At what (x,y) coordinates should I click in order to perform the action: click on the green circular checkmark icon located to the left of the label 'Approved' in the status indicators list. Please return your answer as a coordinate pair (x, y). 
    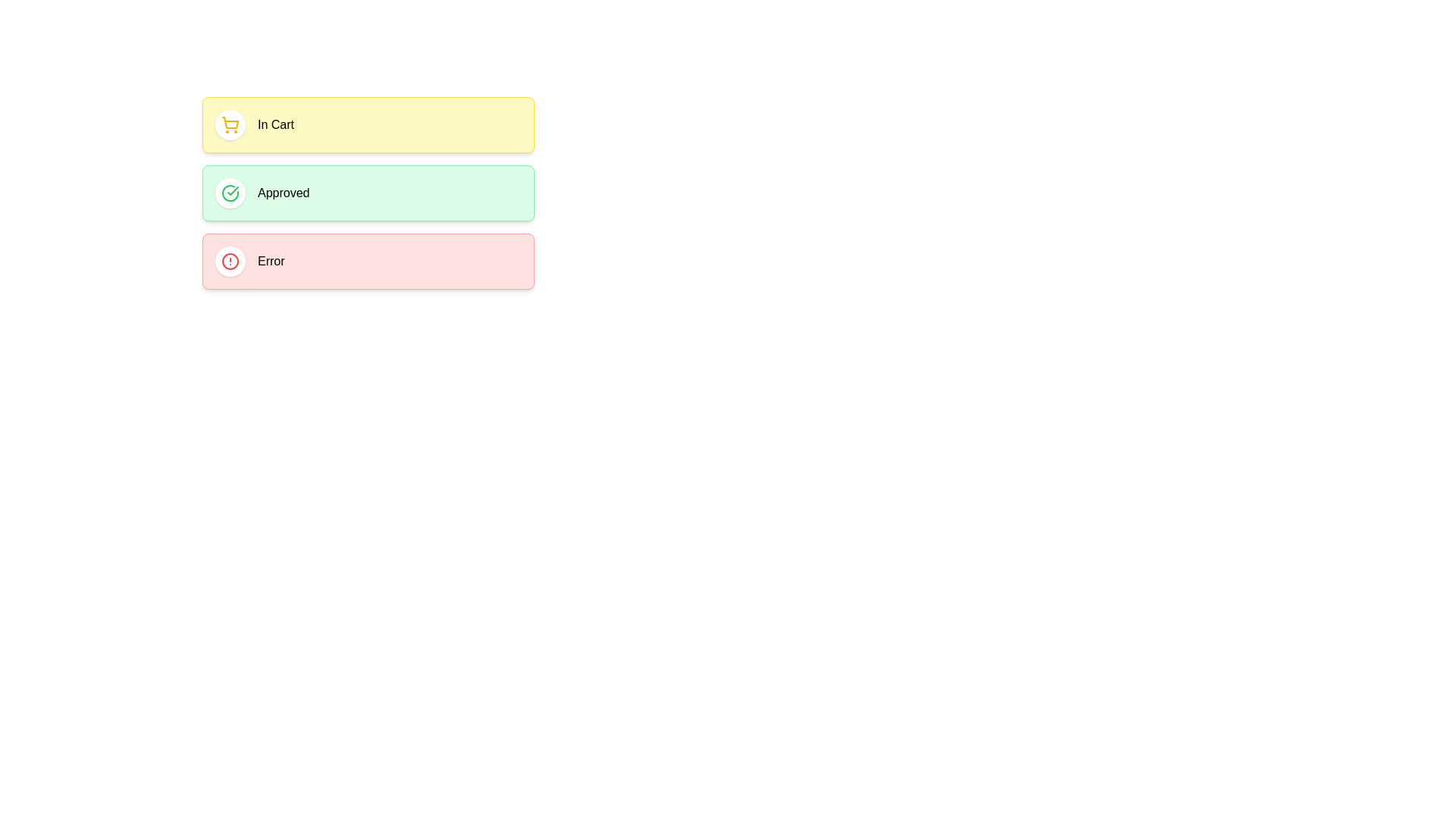
    Looking at the image, I should click on (229, 192).